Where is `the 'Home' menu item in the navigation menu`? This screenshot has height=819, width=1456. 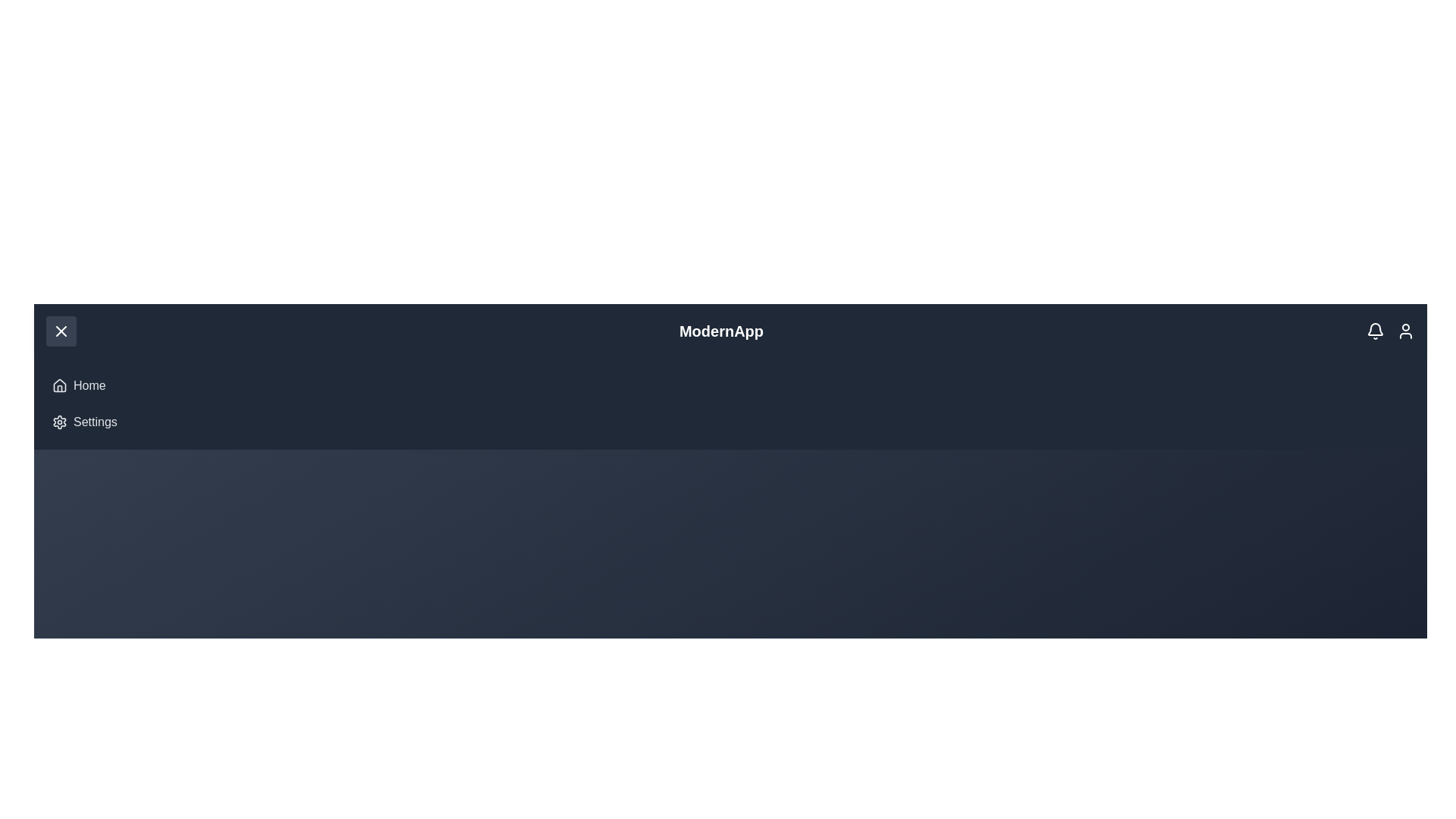 the 'Home' menu item in the navigation menu is located at coordinates (89, 385).